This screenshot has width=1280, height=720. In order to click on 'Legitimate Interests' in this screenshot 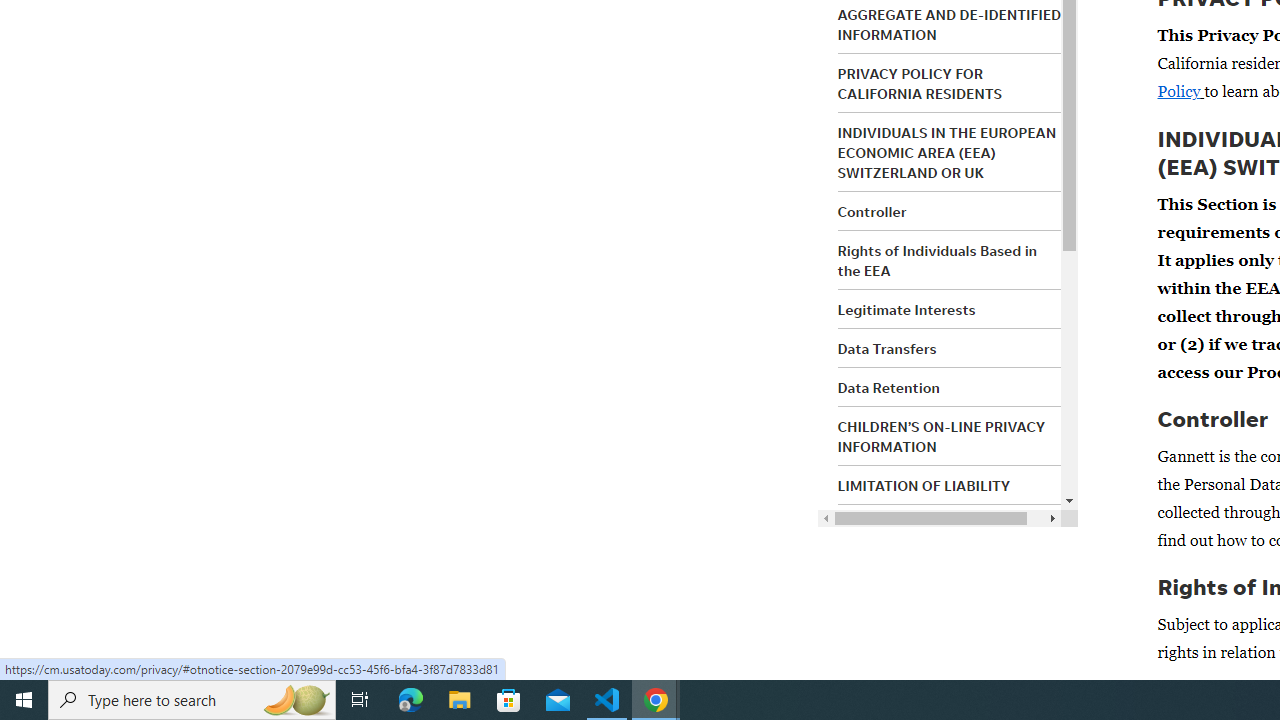, I will do `click(905, 309)`.